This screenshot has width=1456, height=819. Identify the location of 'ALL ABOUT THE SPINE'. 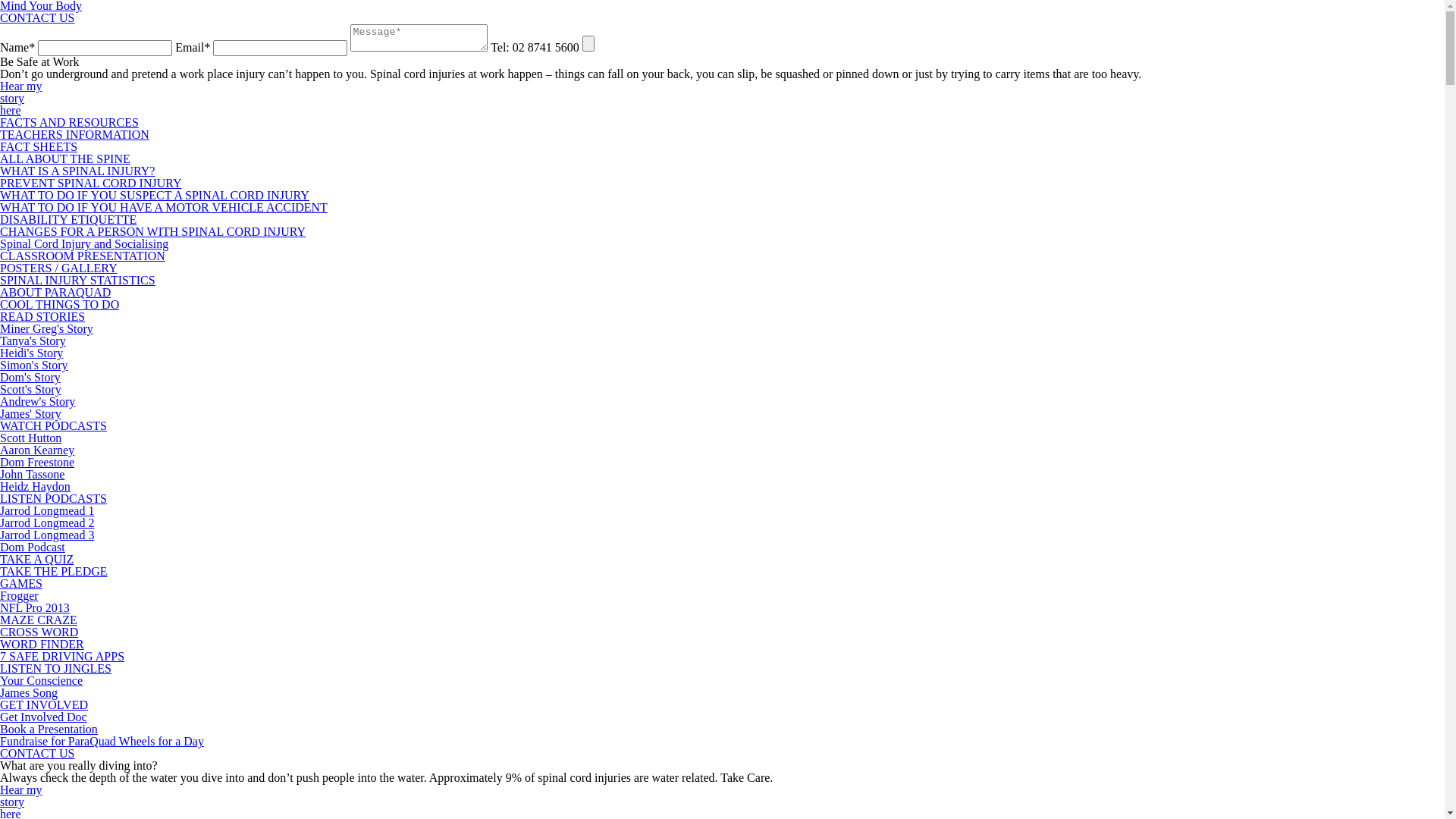
(64, 158).